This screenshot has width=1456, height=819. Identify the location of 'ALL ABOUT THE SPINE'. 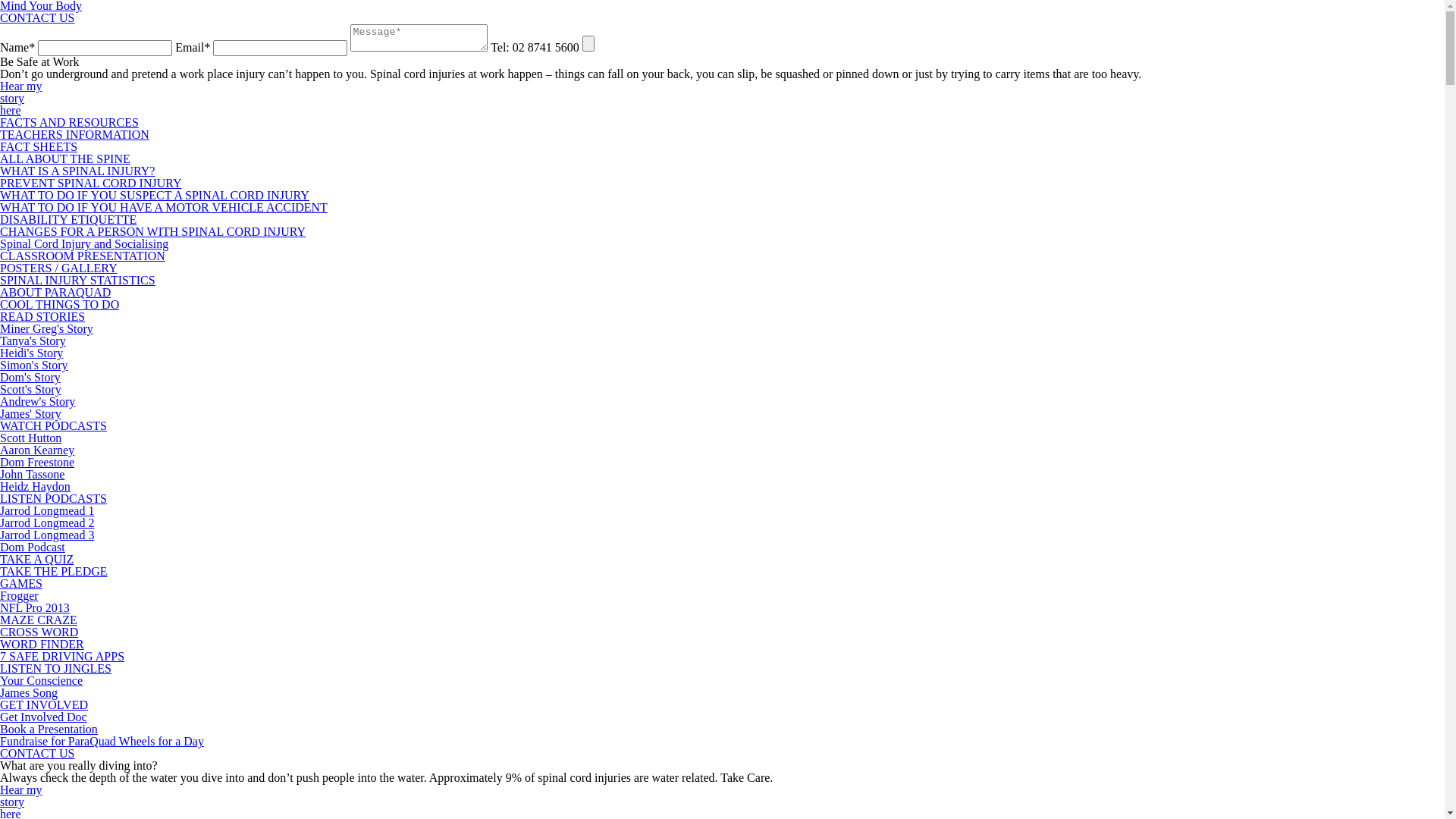
(64, 158).